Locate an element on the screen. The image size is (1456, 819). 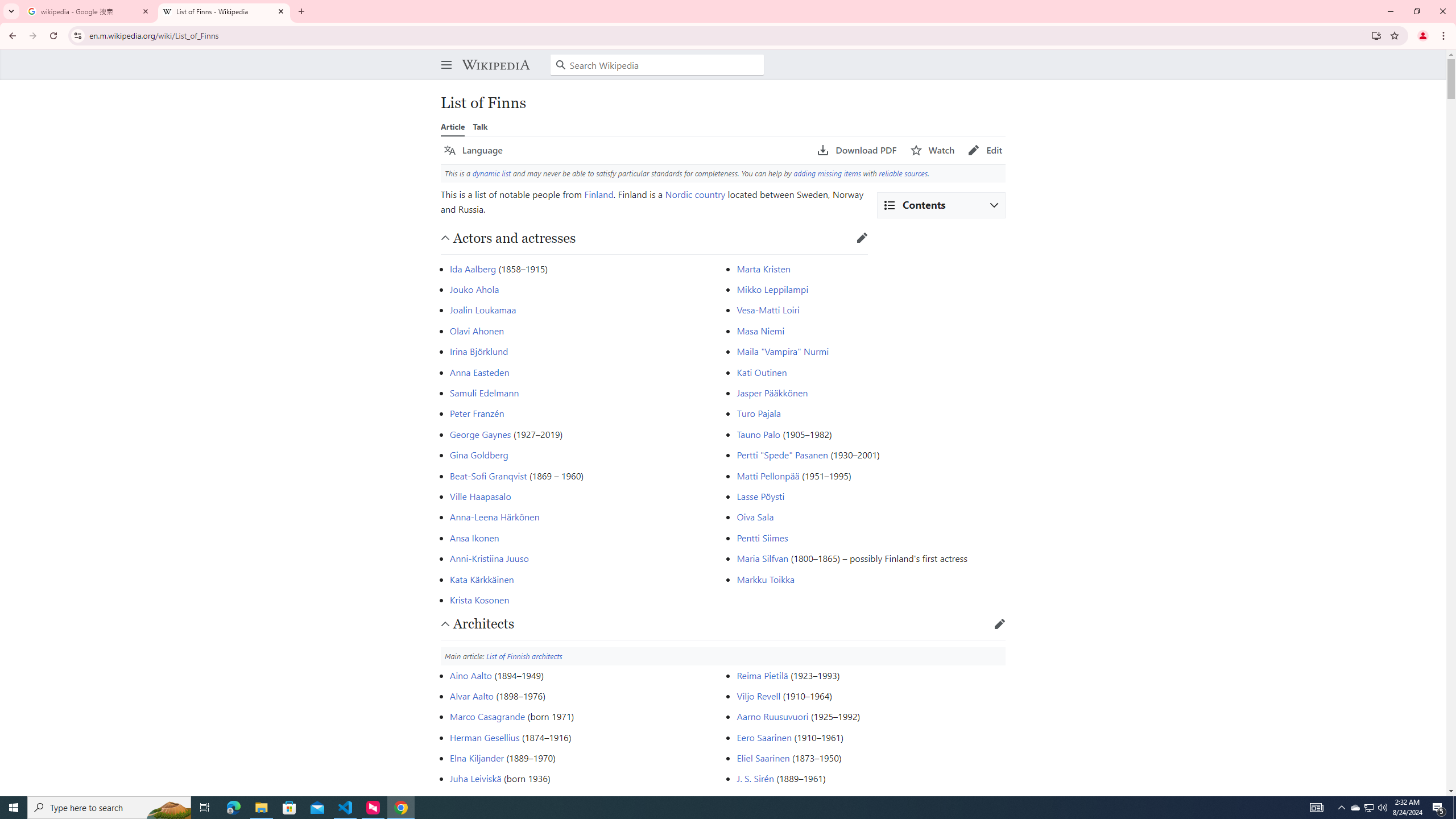
'Beat-Sofi Granqvist' is located at coordinates (487, 474).